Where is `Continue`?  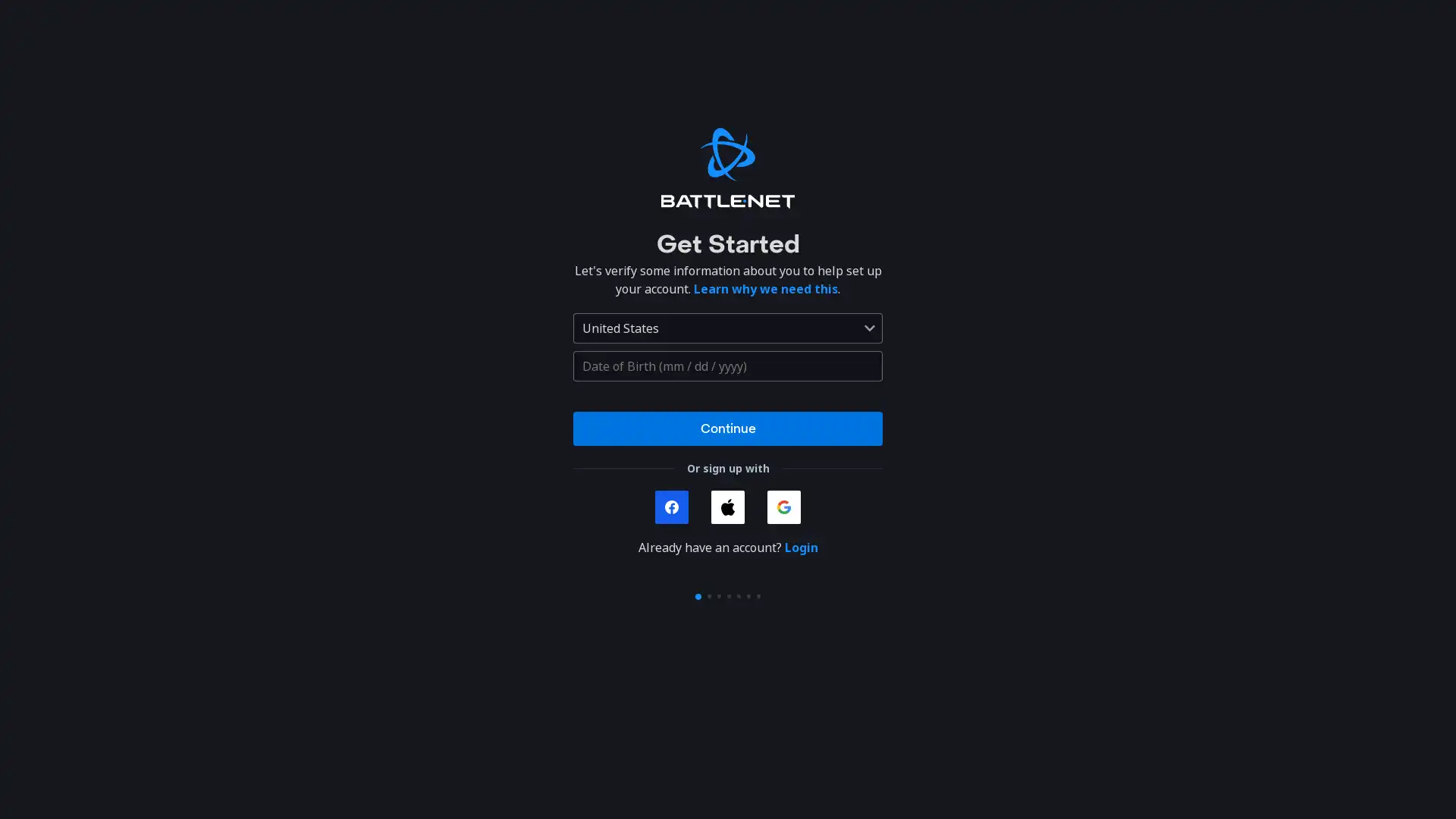
Continue is located at coordinates (728, 428).